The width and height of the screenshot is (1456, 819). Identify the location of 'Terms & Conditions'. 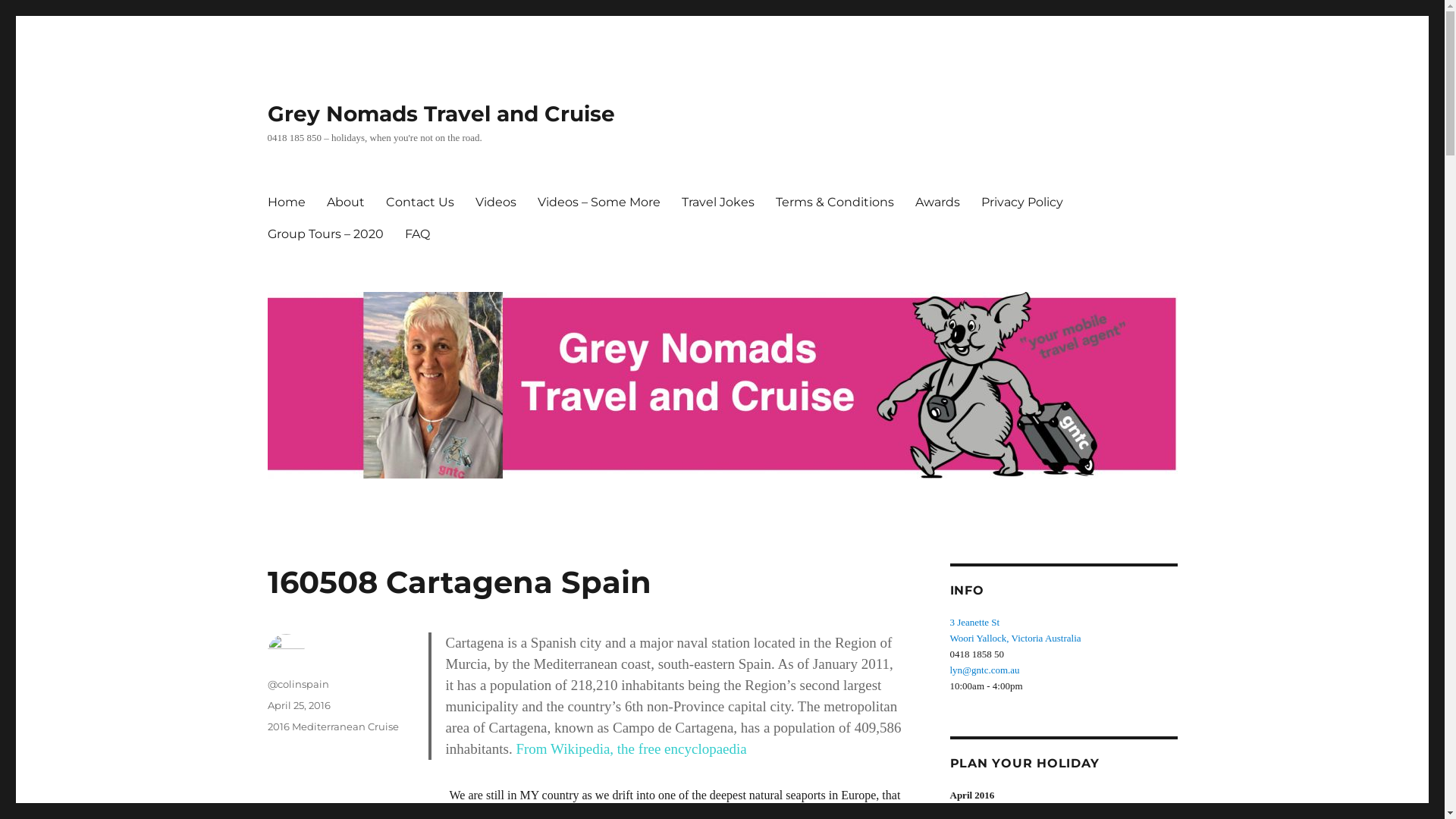
(833, 201).